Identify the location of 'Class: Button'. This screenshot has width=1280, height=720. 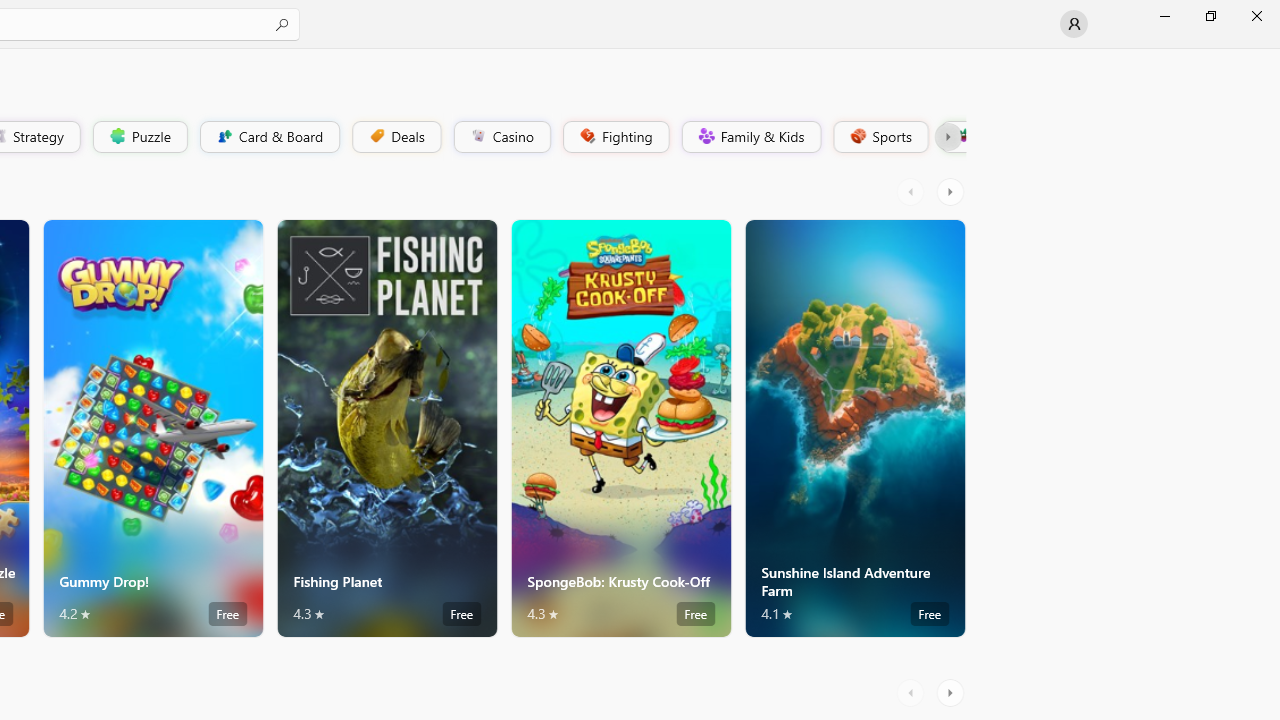
(946, 135).